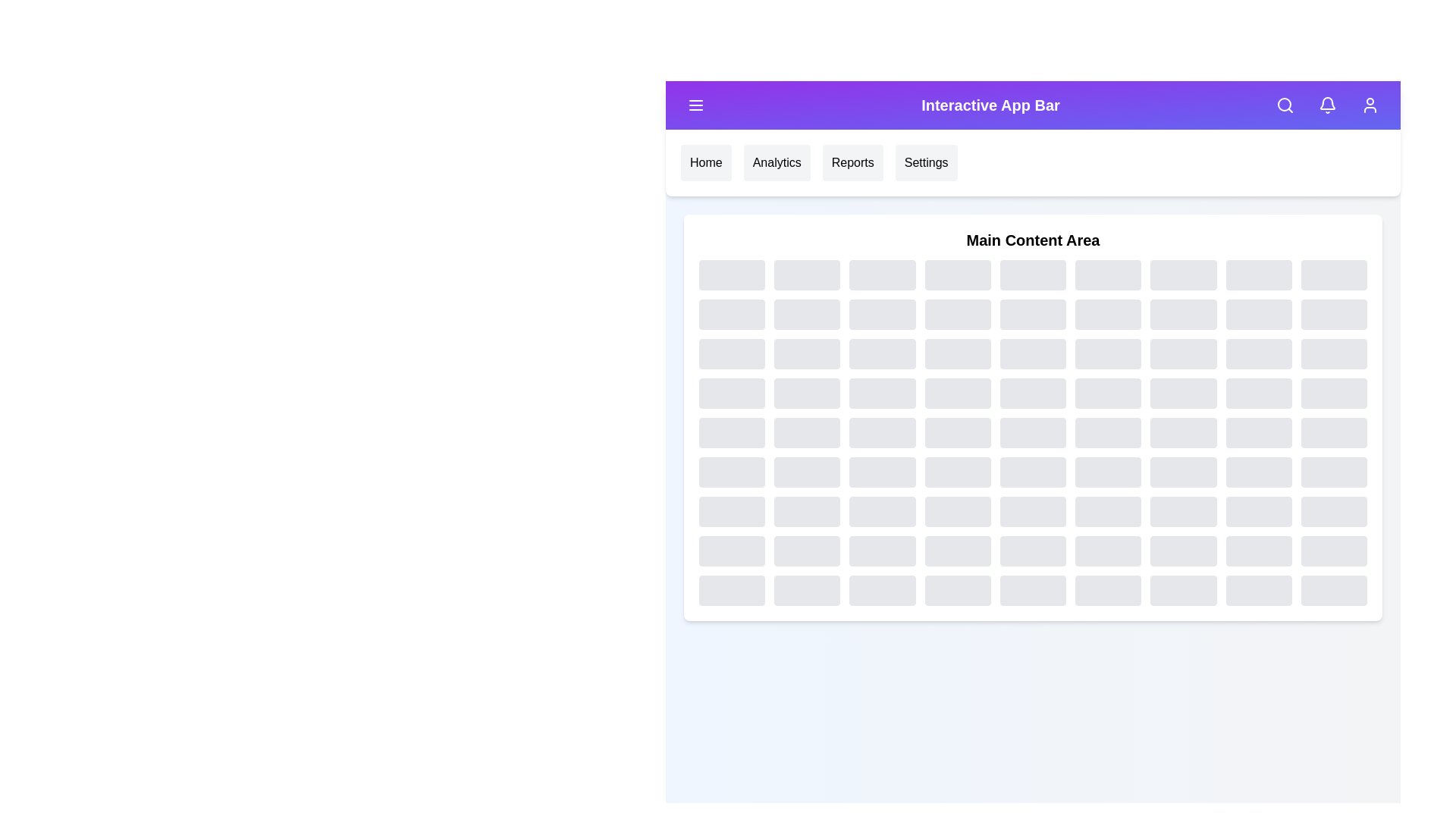  What do you see at coordinates (705, 163) in the screenshot?
I see `the menu item Home to navigate to the corresponding section` at bounding box center [705, 163].